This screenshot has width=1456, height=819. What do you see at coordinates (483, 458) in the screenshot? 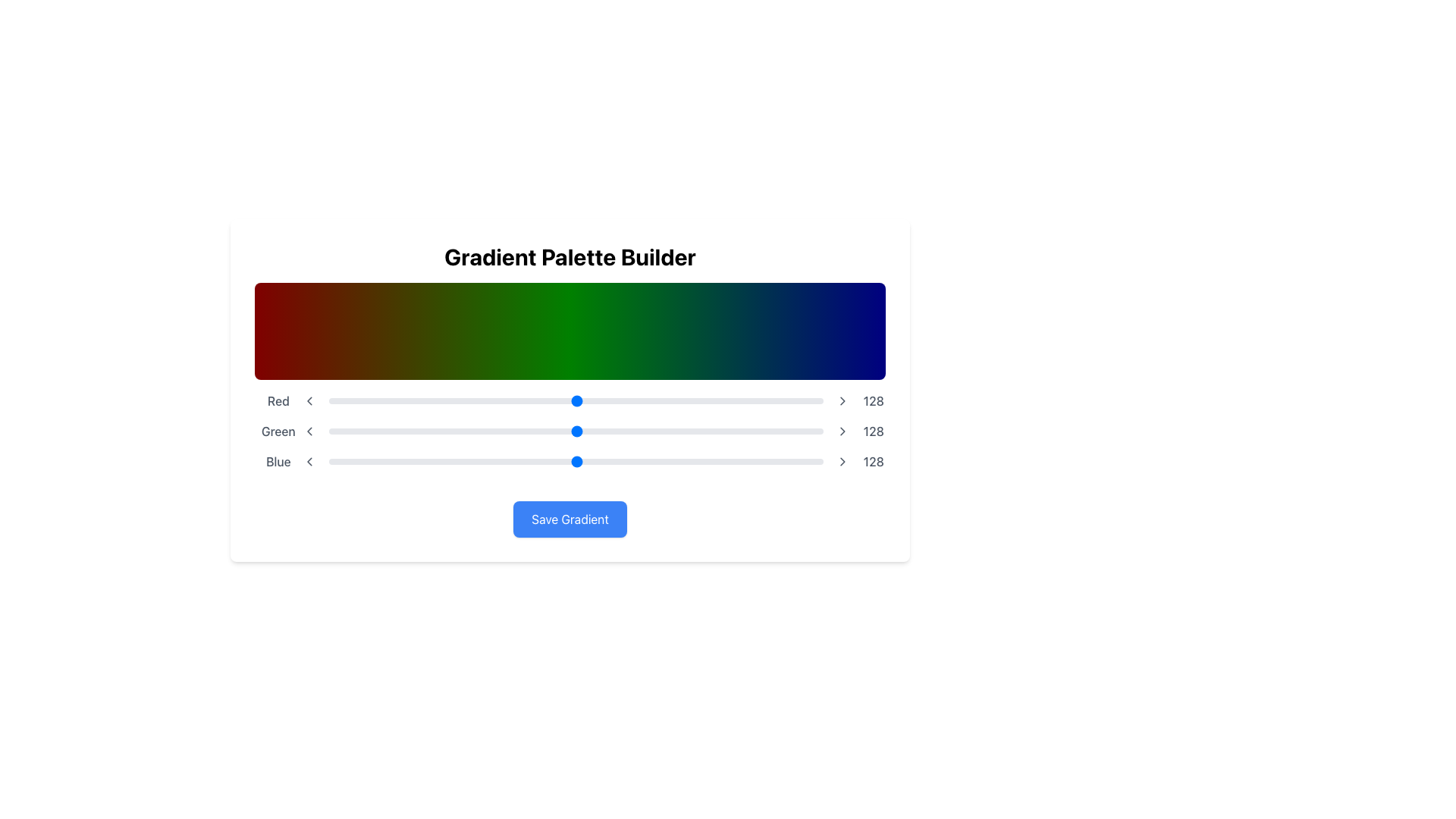
I see `the blue color intensity` at bounding box center [483, 458].